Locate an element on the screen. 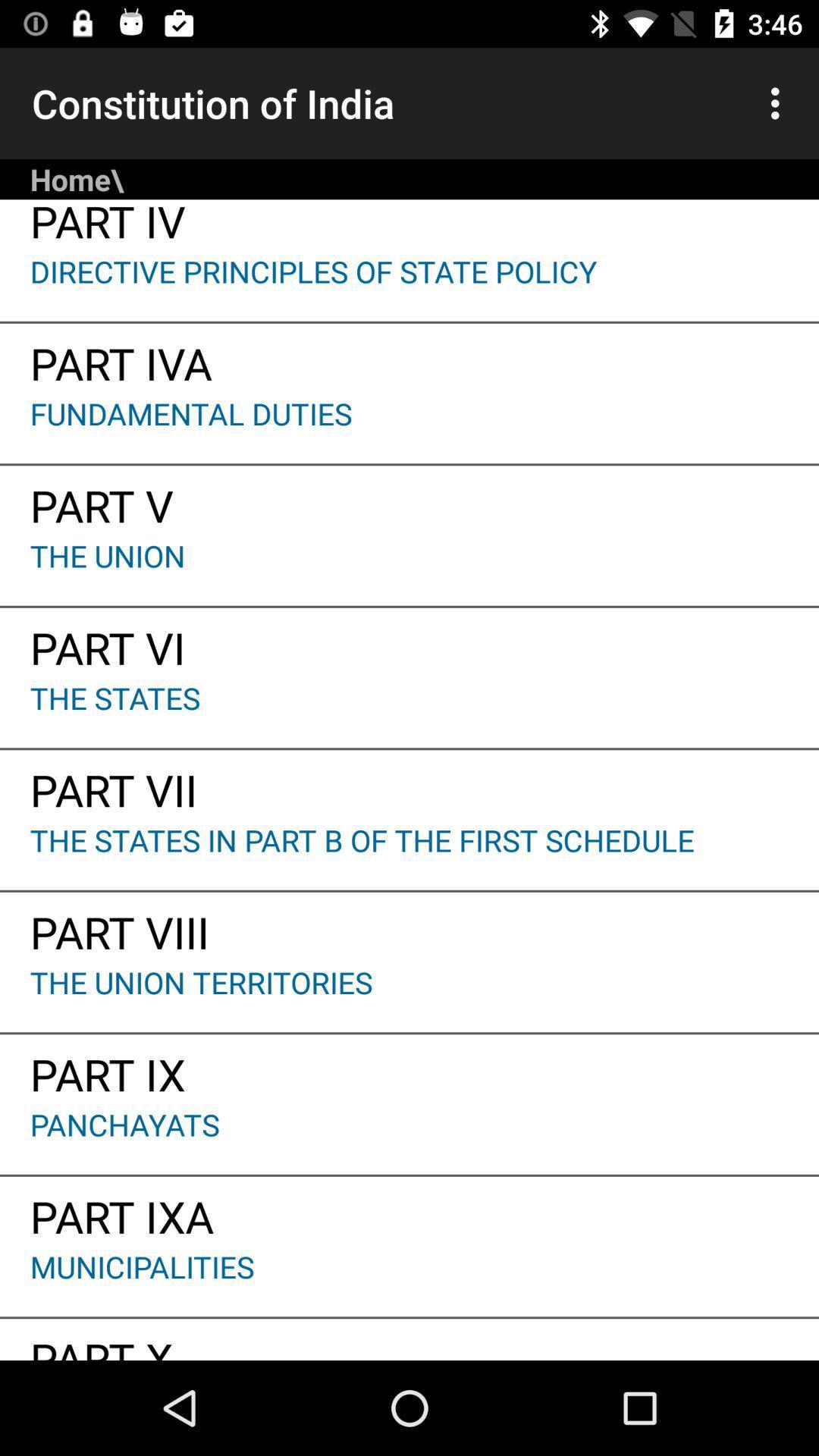  directive principles of item is located at coordinates (409, 286).